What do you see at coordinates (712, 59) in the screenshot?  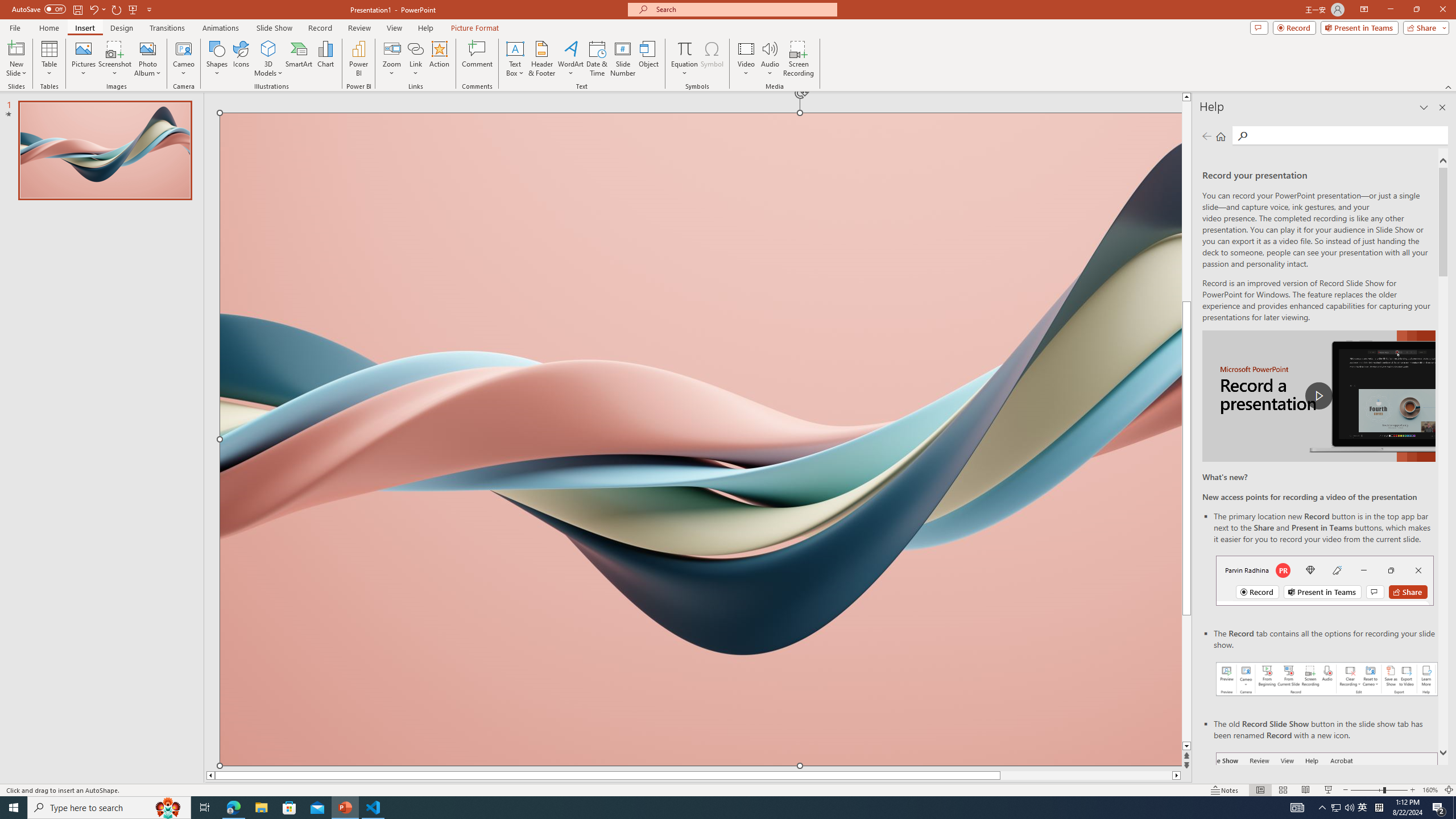 I see `'Symbol...'` at bounding box center [712, 59].